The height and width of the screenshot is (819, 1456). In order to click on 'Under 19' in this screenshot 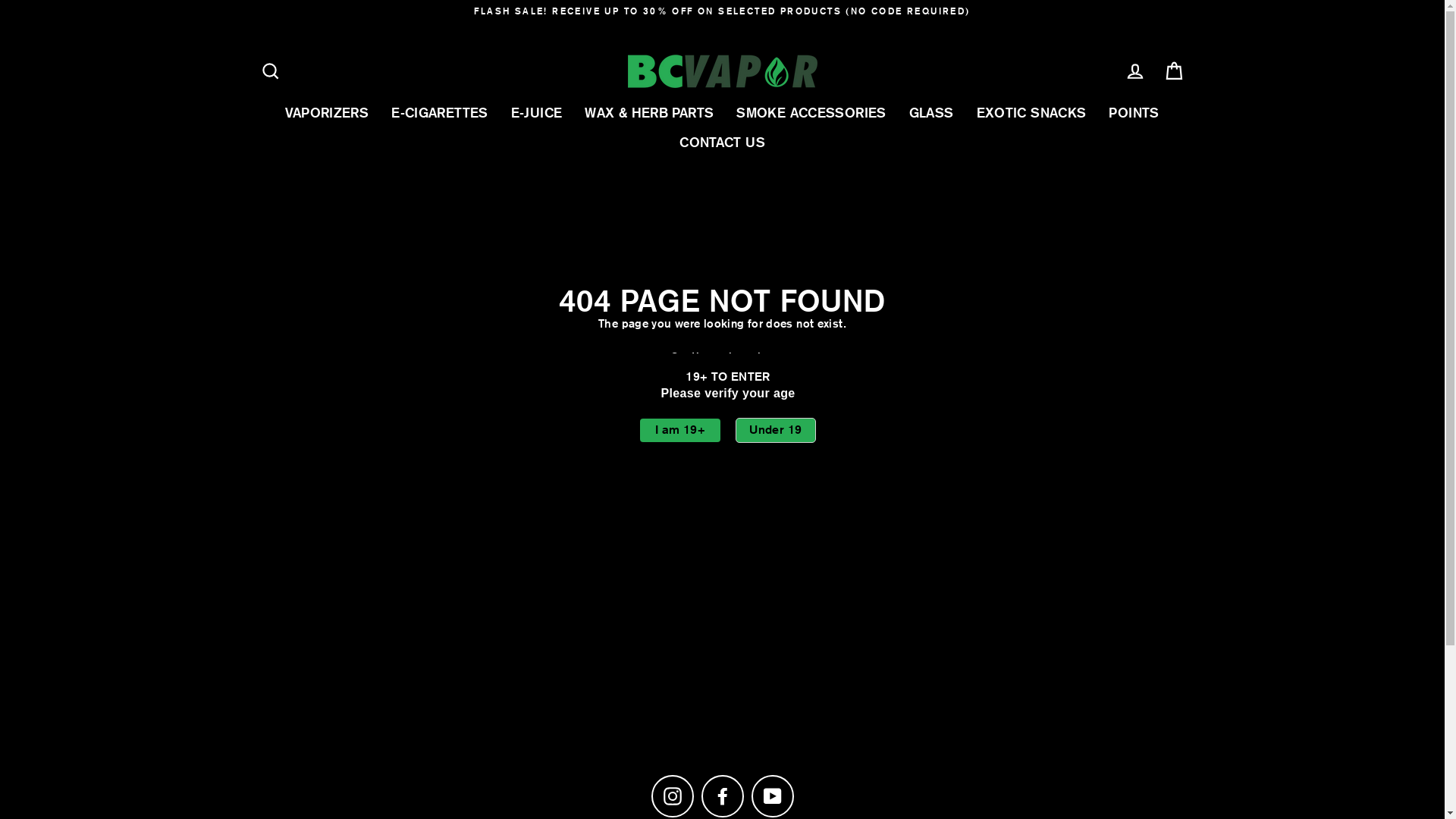, I will do `click(735, 430)`.